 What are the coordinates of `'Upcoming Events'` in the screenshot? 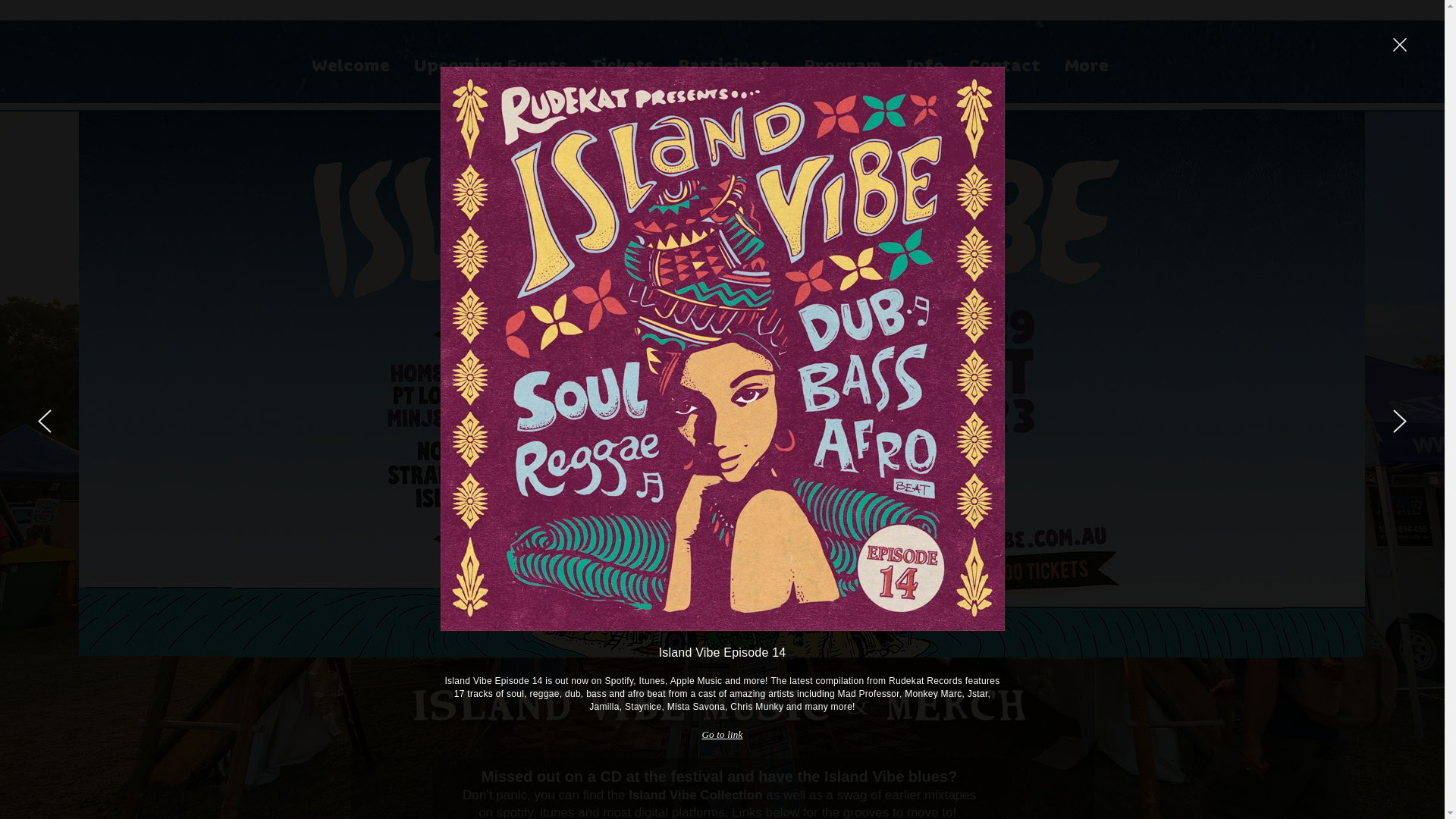 It's located at (491, 64).